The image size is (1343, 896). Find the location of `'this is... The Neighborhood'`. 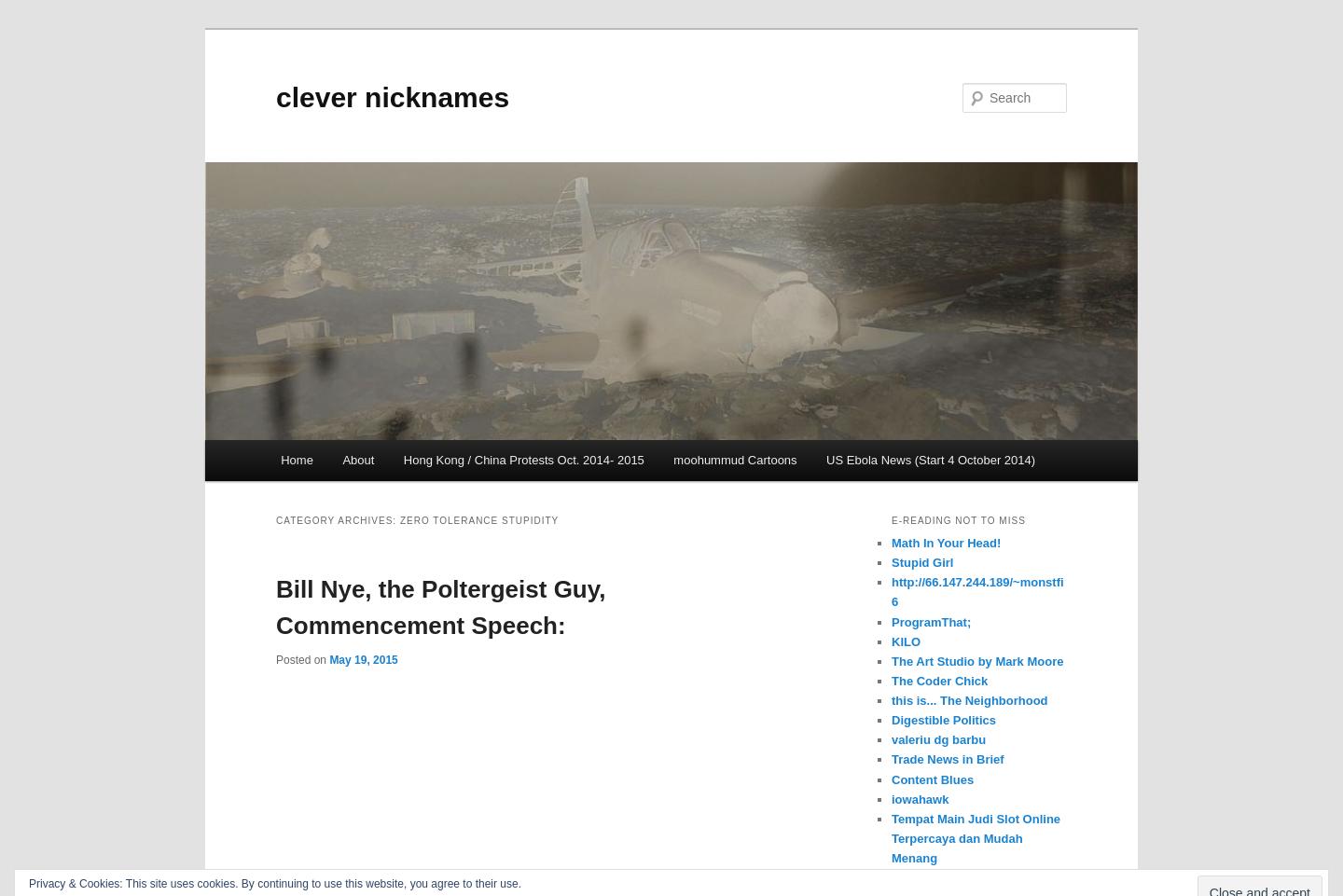

'this is... The Neighborhood' is located at coordinates (892, 699).